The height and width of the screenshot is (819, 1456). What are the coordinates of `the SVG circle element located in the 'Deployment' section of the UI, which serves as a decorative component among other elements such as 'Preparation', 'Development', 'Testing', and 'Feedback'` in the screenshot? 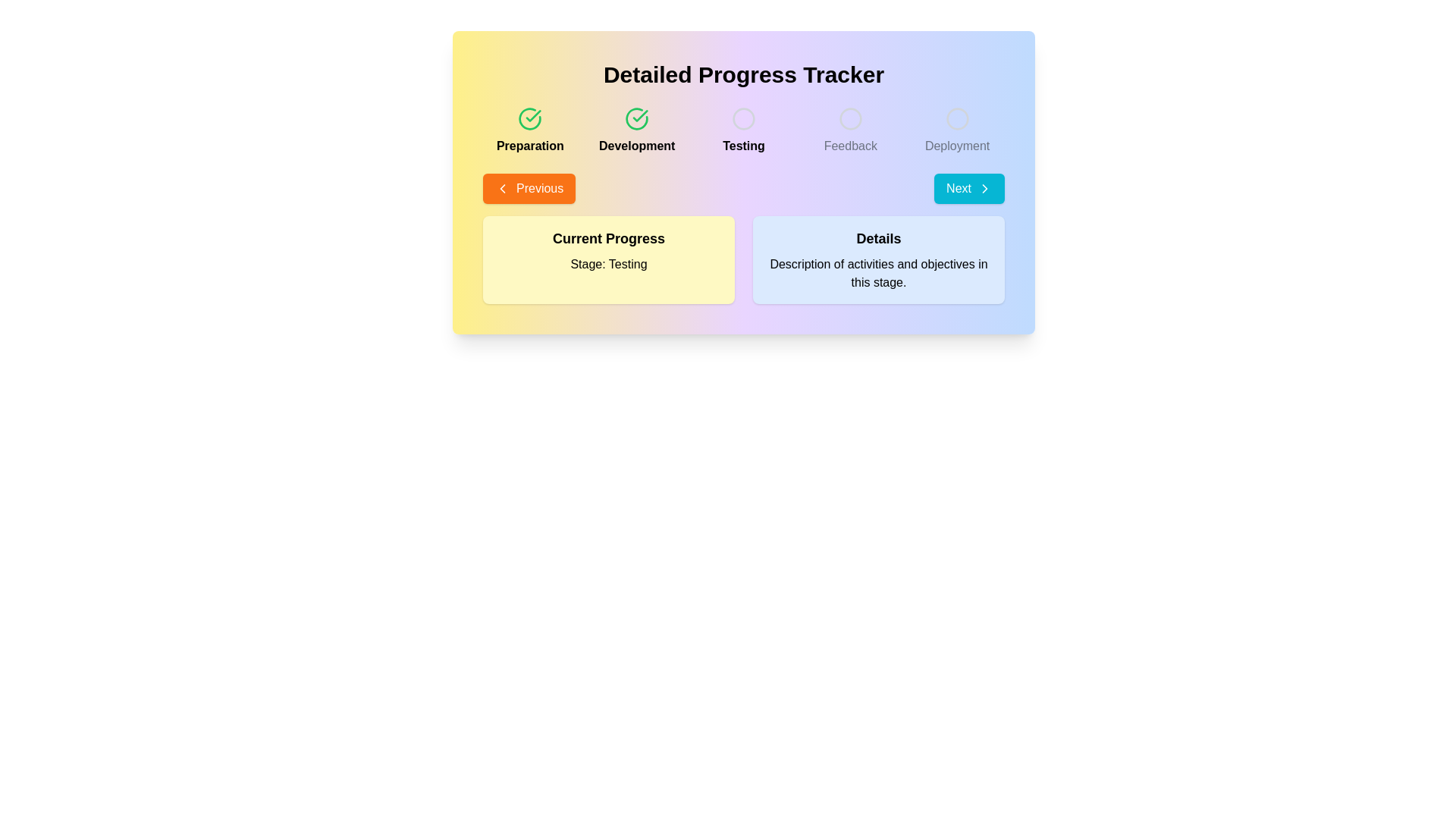 It's located at (956, 118).